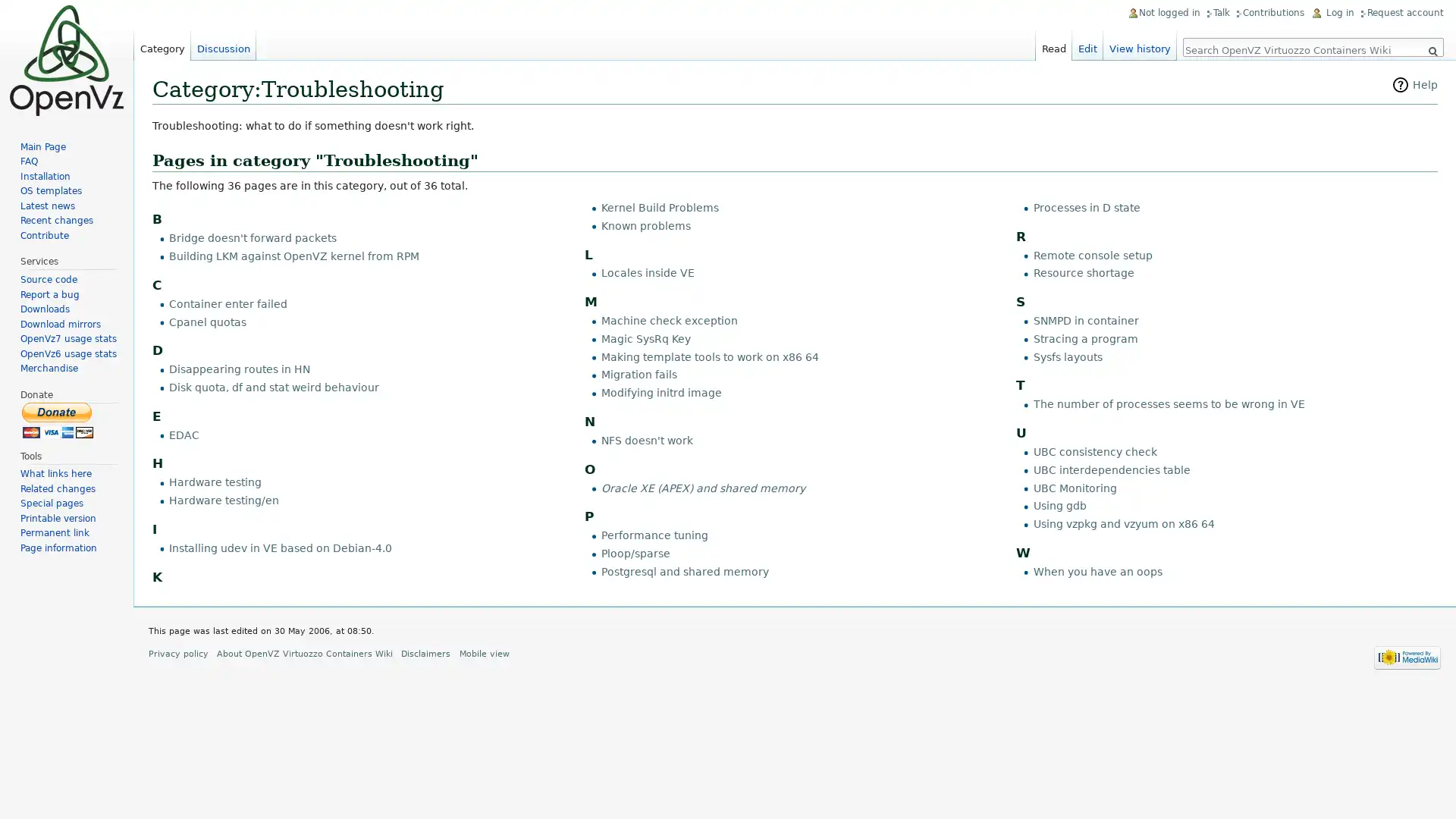  What do you see at coordinates (58, 419) in the screenshot?
I see `PayPal - The safer, easier way to pay online!` at bounding box center [58, 419].